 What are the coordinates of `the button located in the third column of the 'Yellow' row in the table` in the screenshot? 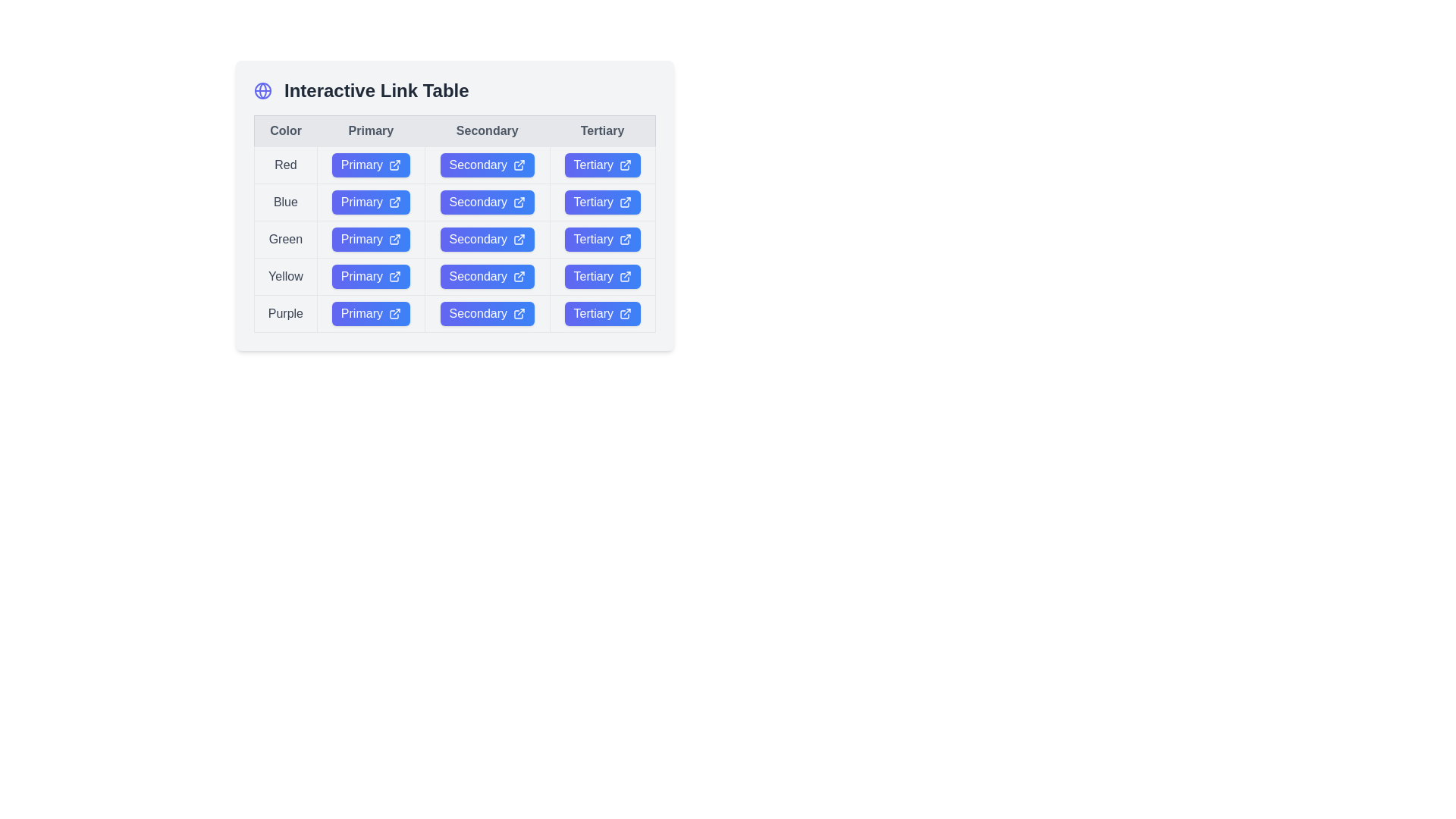 It's located at (487, 277).